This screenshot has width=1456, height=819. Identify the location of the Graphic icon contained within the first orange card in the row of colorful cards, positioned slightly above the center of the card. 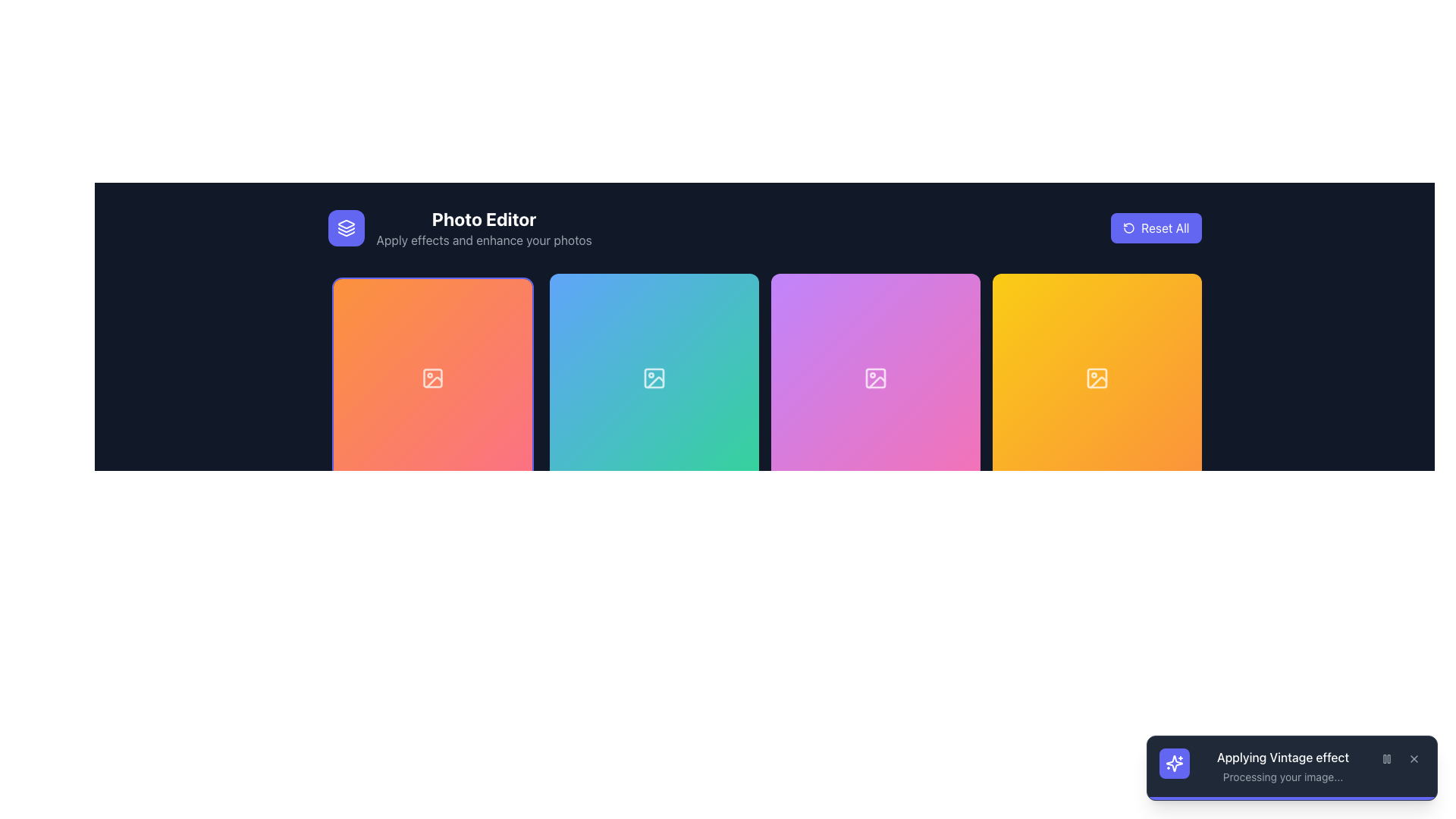
(433, 381).